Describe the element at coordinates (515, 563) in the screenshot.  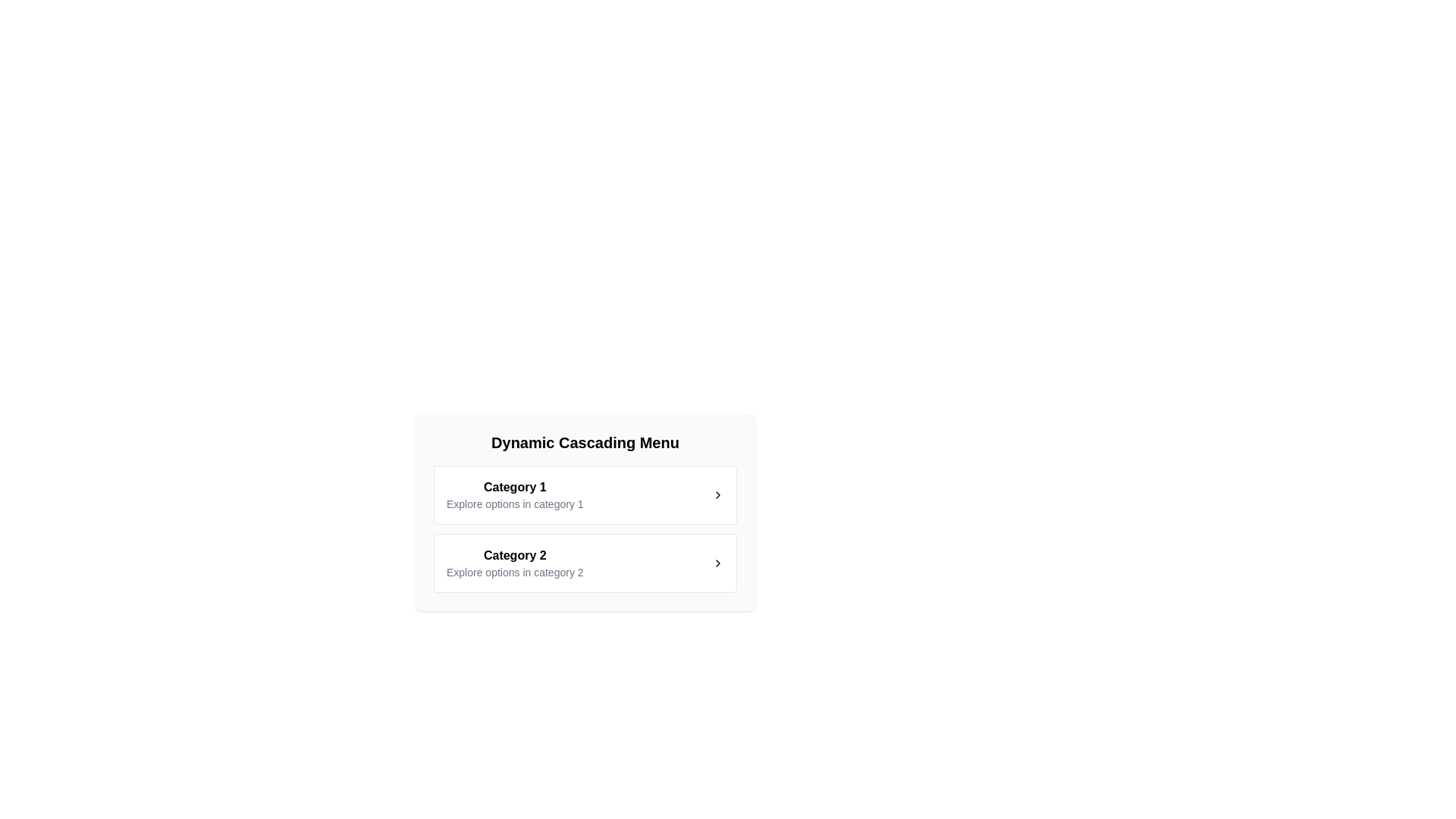
I see `displayed information in the text block titled 'Category 2', which includes the description 'Explore options in category 2', located in the second row of the interactive cascading menu` at that location.